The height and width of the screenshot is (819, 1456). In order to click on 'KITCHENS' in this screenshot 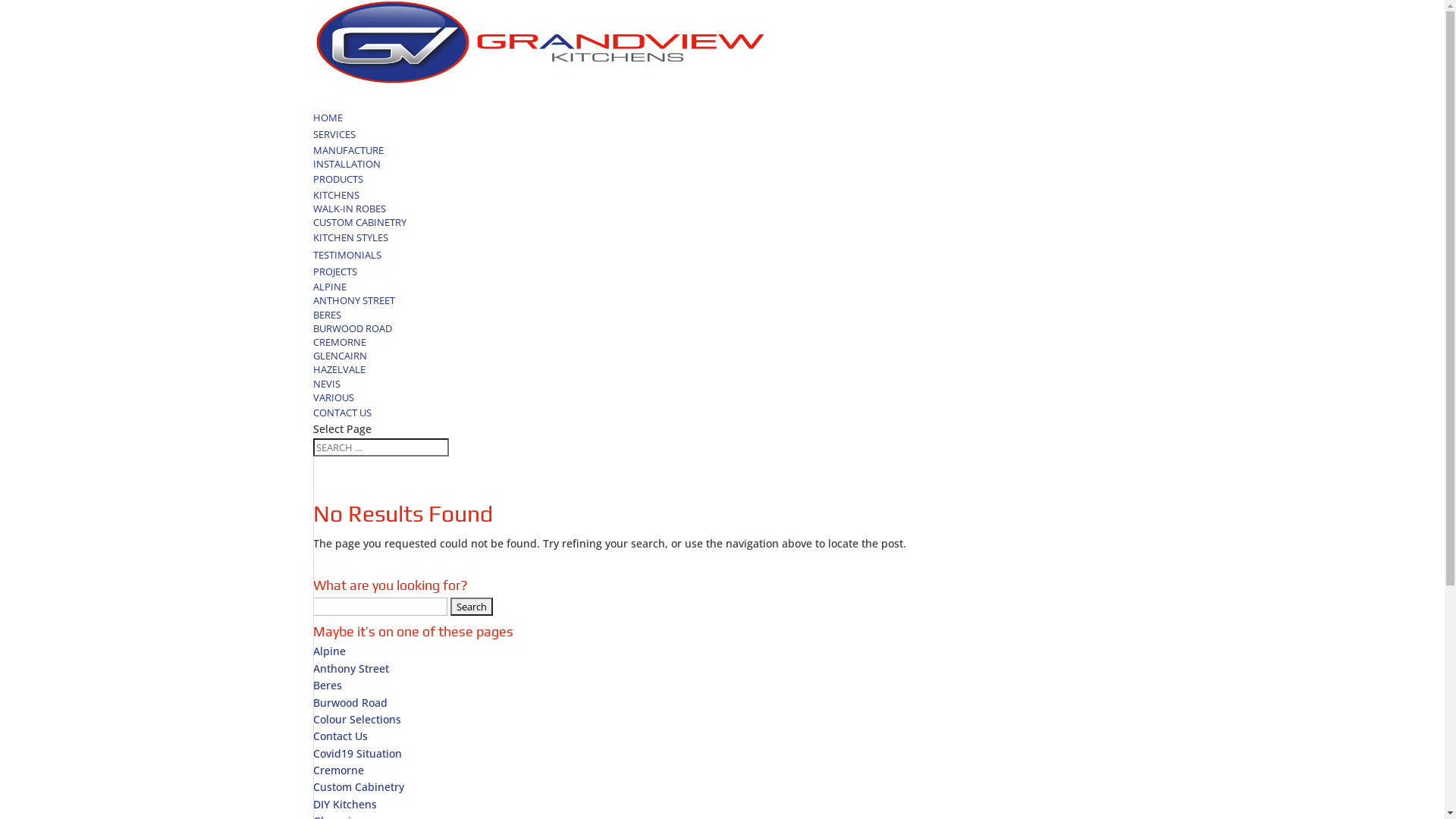, I will do `click(334, 194)`.